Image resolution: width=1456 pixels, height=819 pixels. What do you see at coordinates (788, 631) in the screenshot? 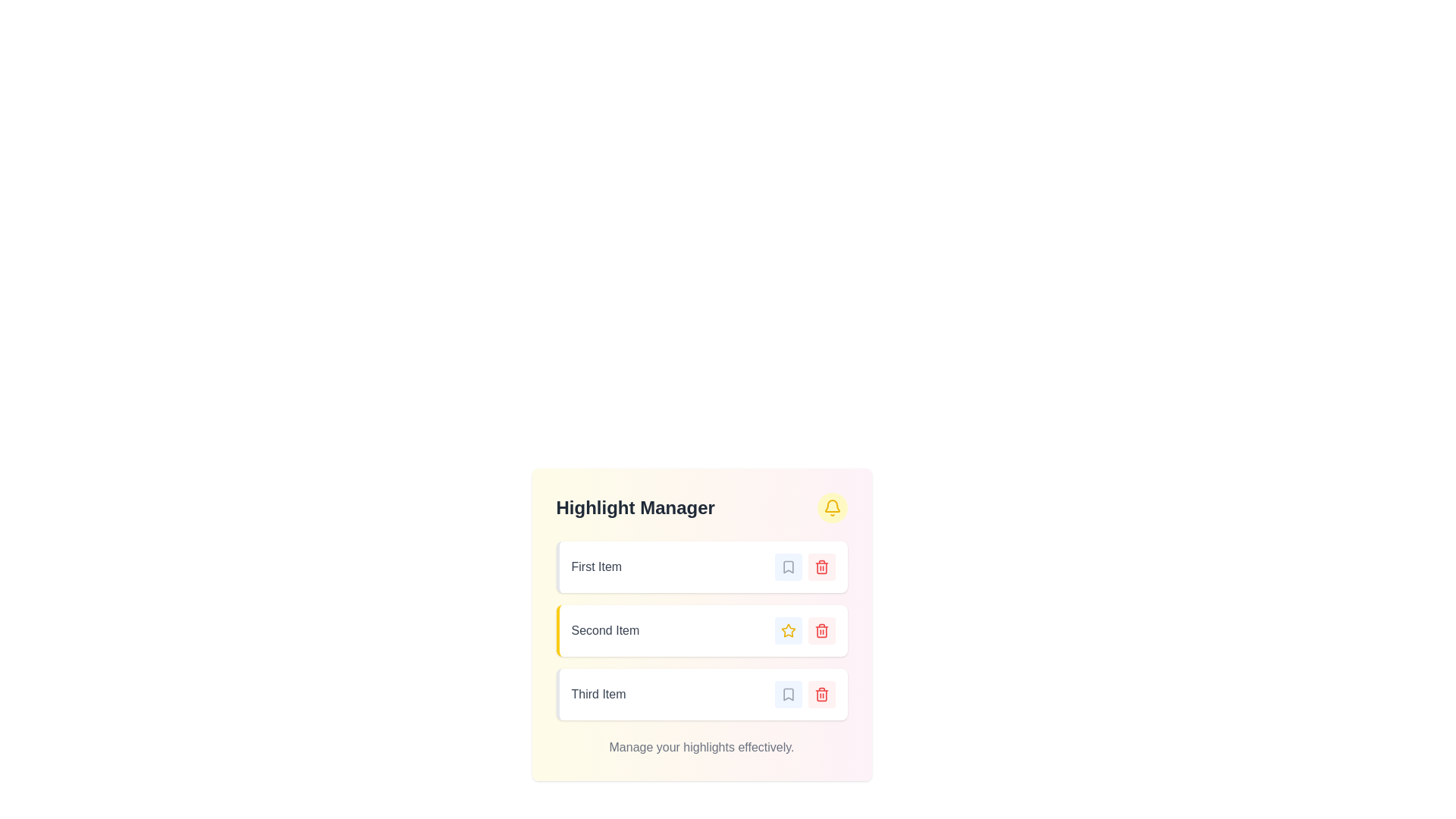
I see `the star-shaped icon in the 'Highlight Manager' section, located in the 'Second Item' row` at bounding box center [788, 631].